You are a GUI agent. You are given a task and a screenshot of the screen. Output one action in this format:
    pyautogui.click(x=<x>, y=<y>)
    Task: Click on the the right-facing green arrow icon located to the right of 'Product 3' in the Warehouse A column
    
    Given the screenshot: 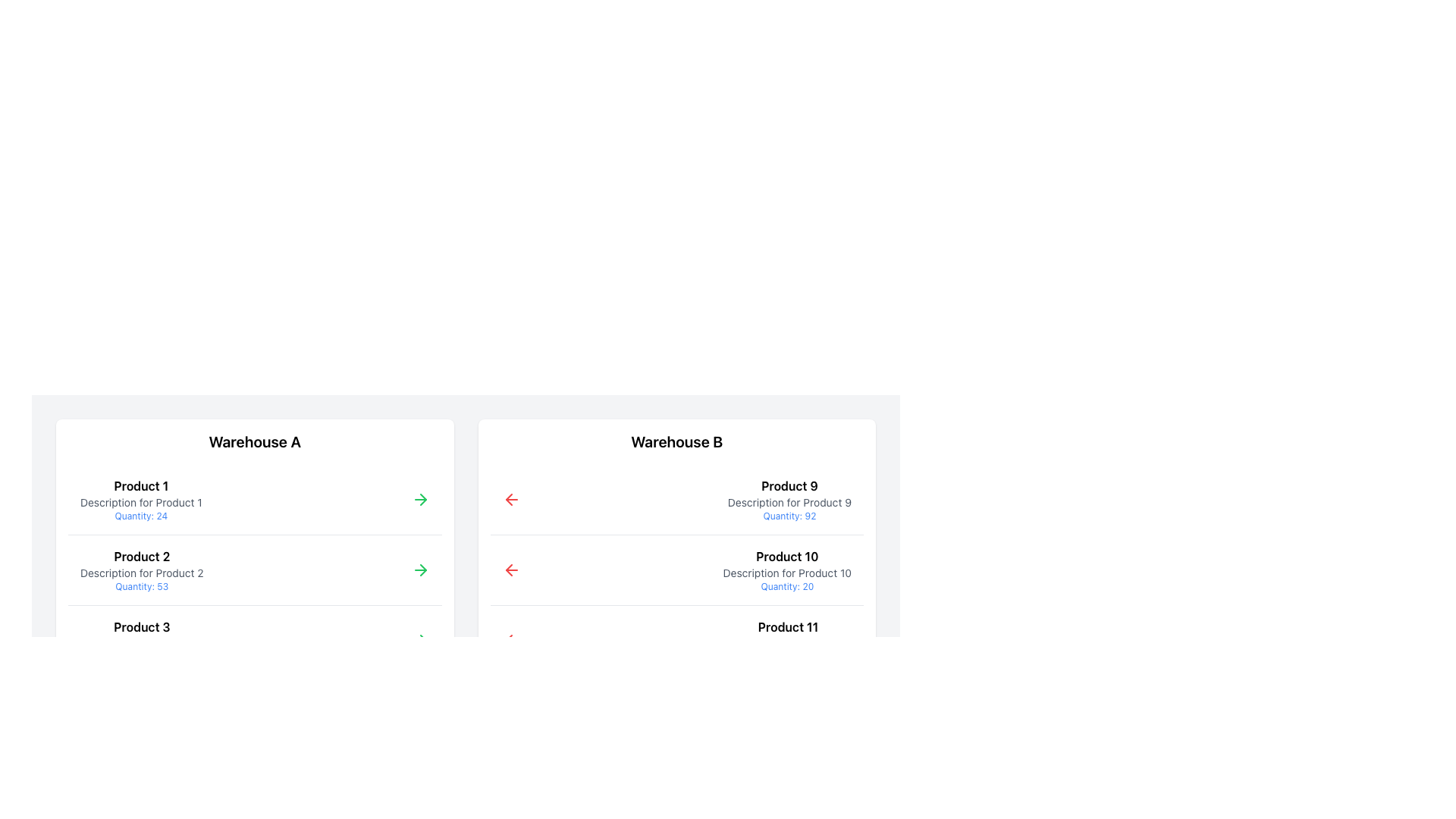 What is the action you would take?
    pyautogui.click(x=420, y=640)
    